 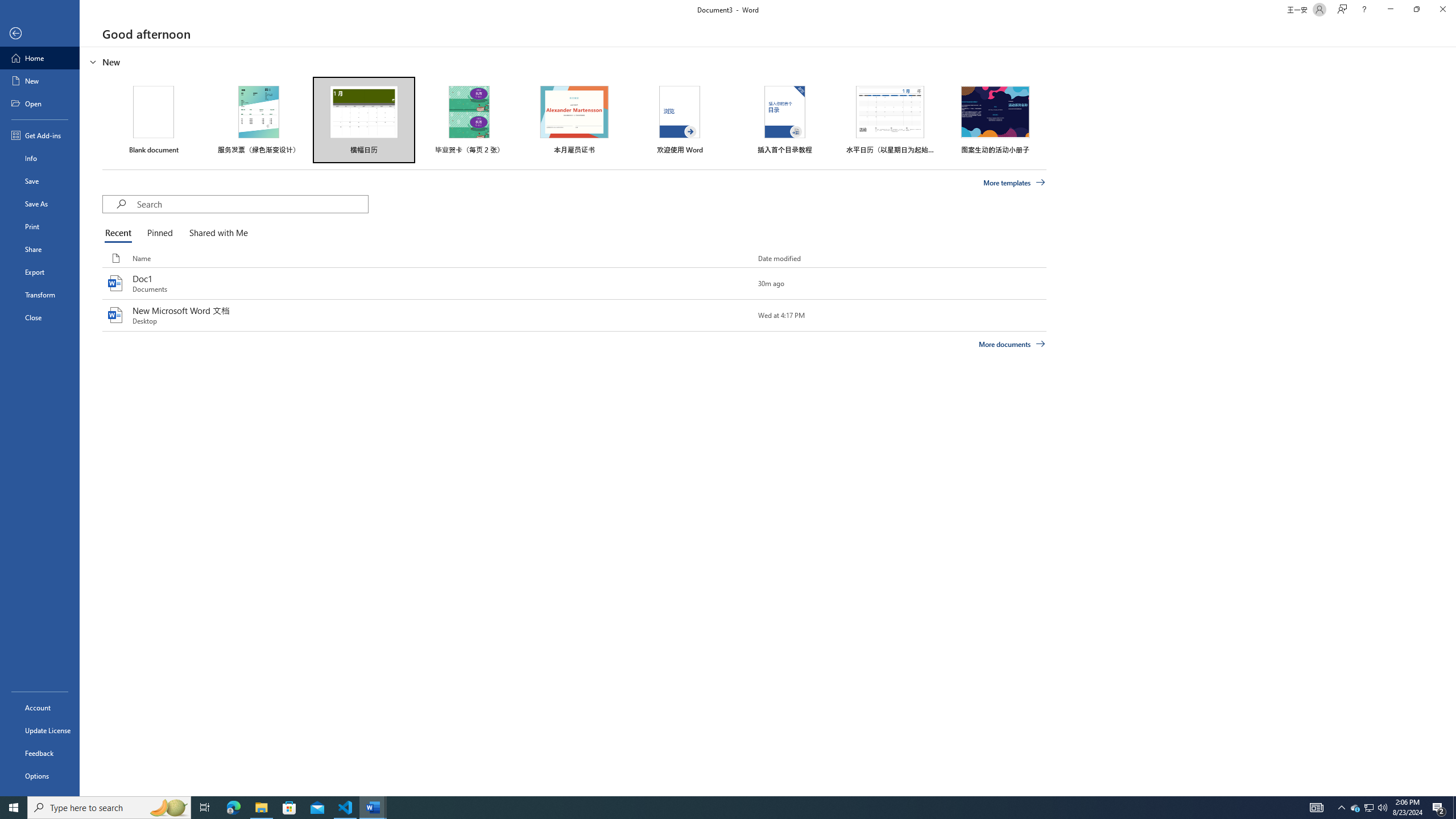 I want to click on 'Transform', so click(x=39, y=294).